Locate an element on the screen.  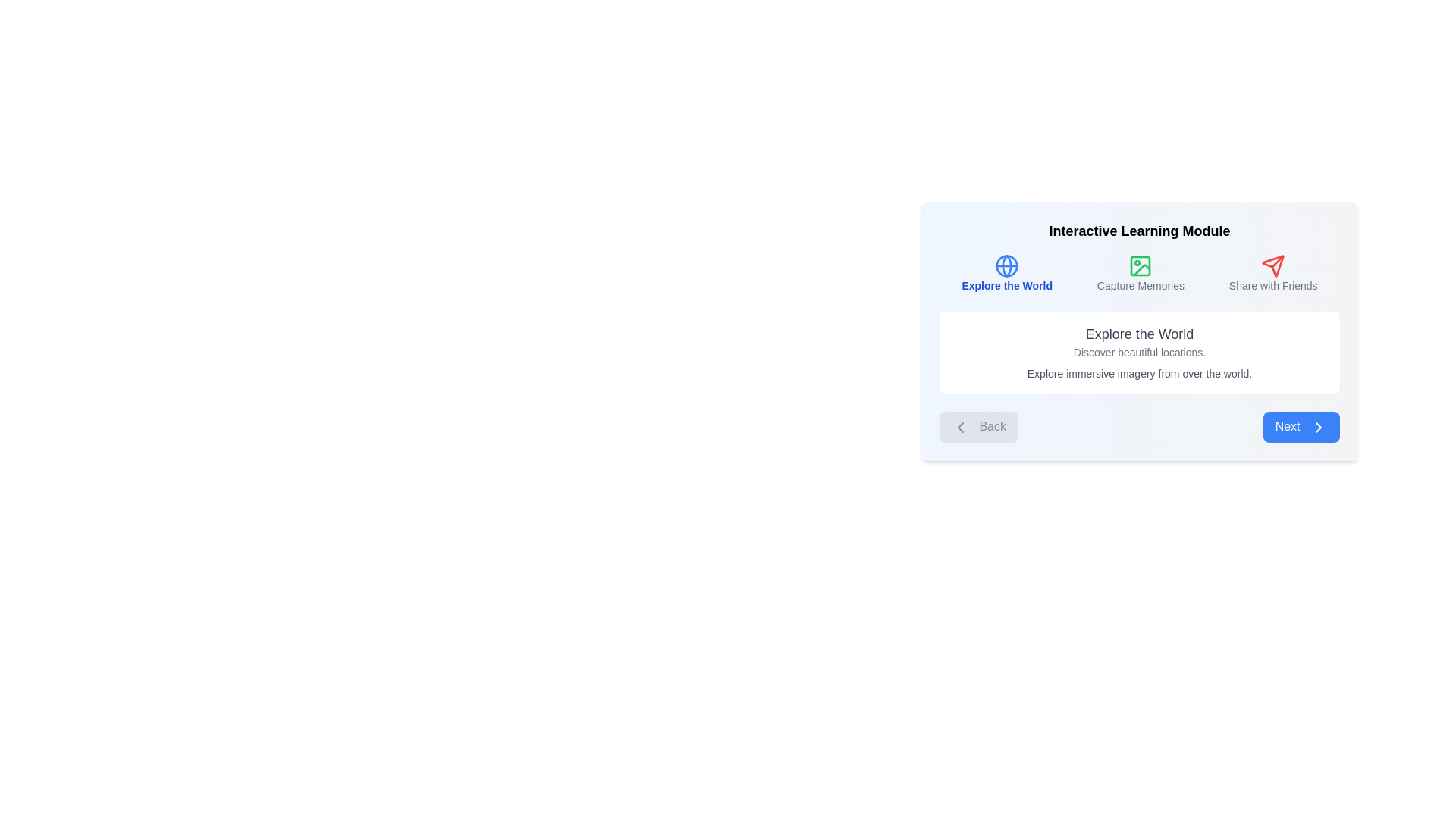
the text label that explains the functionality of the adjacent red paper plane icon, located in the top-right corner of the box grouping three sections is located at coordinates (1273, 286).